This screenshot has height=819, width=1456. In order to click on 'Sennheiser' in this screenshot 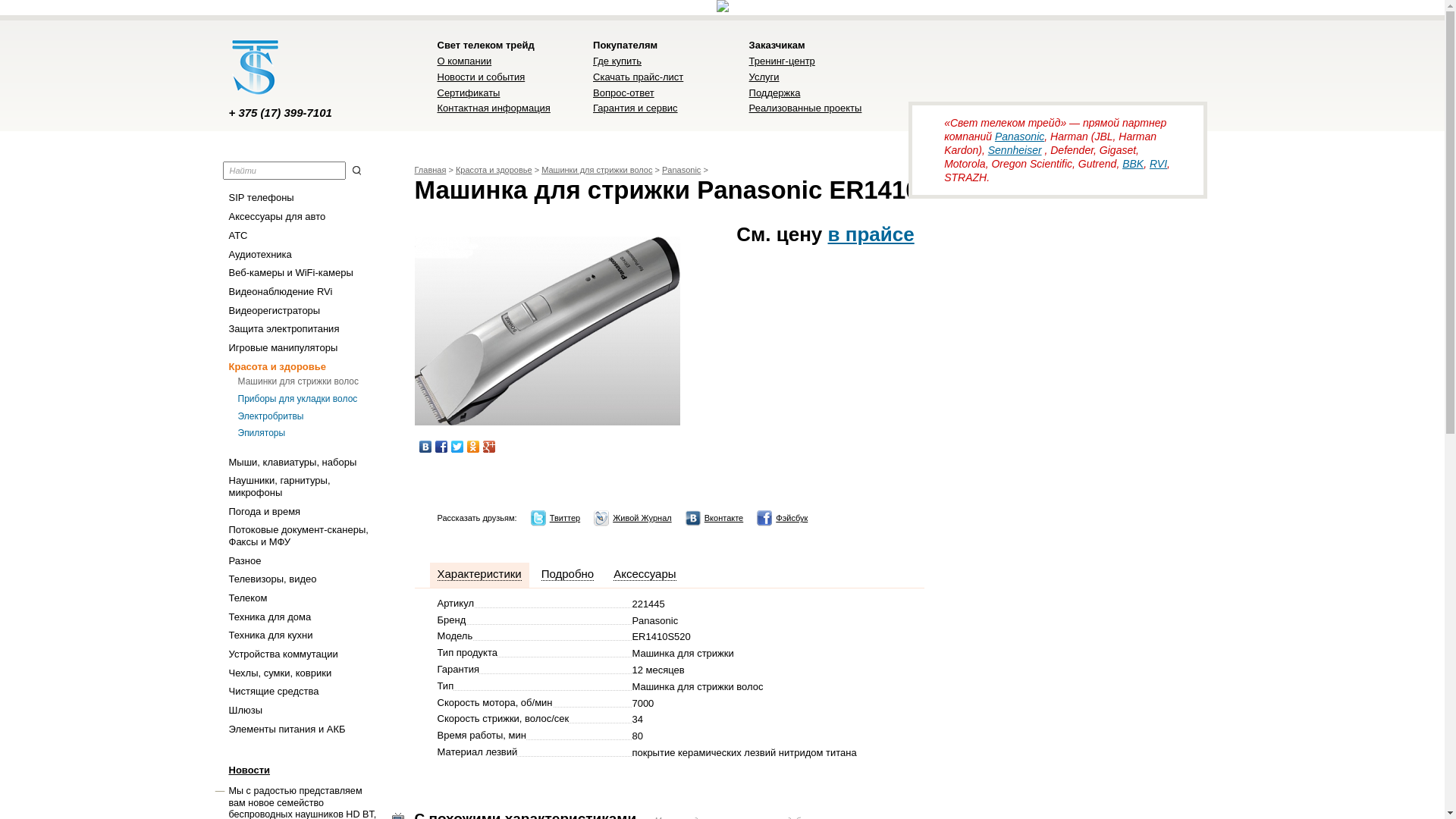, I will do `click(1015, 149)`.